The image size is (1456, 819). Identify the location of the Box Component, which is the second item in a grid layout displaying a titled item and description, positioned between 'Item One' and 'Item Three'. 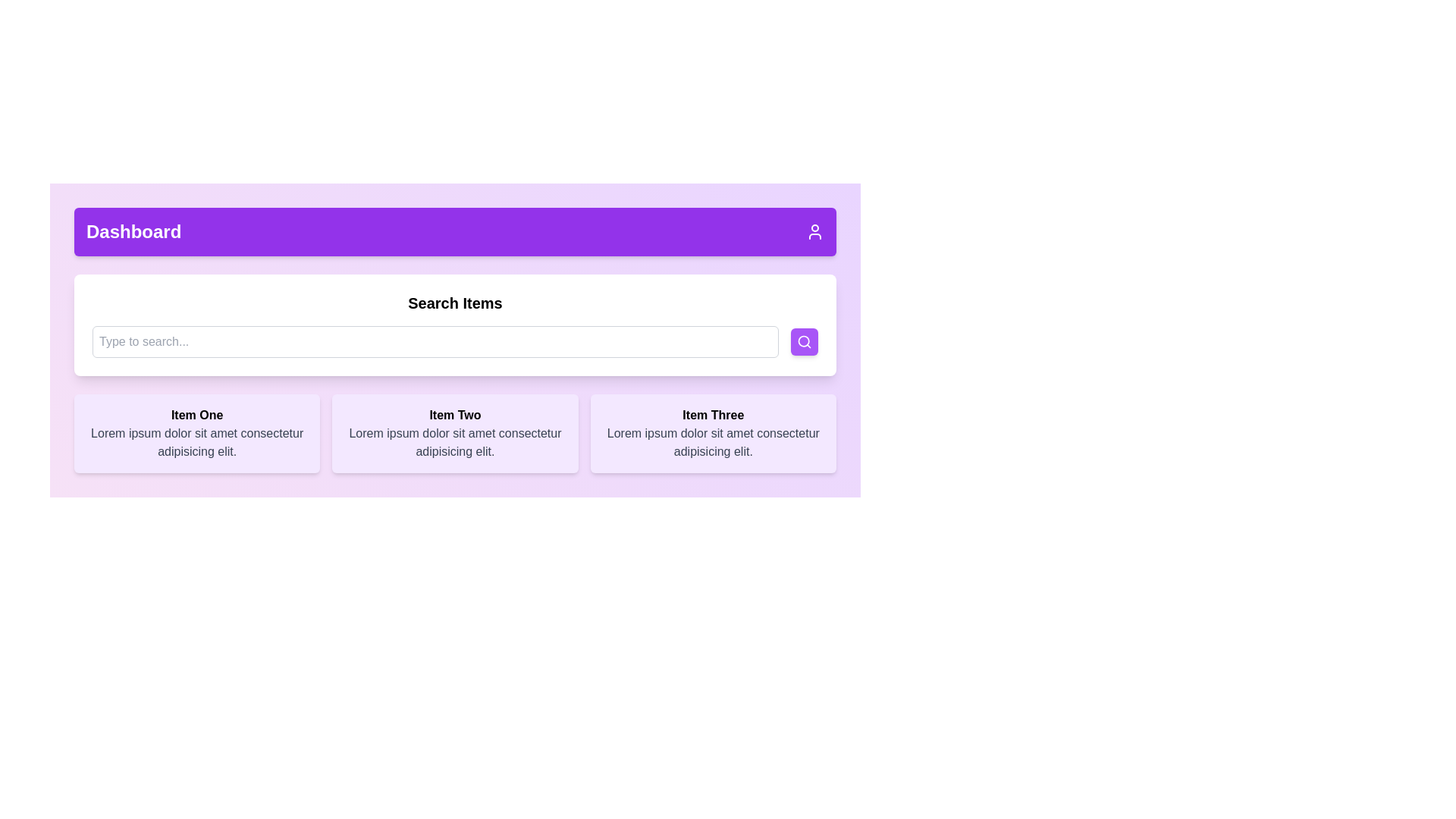
(454, 433).